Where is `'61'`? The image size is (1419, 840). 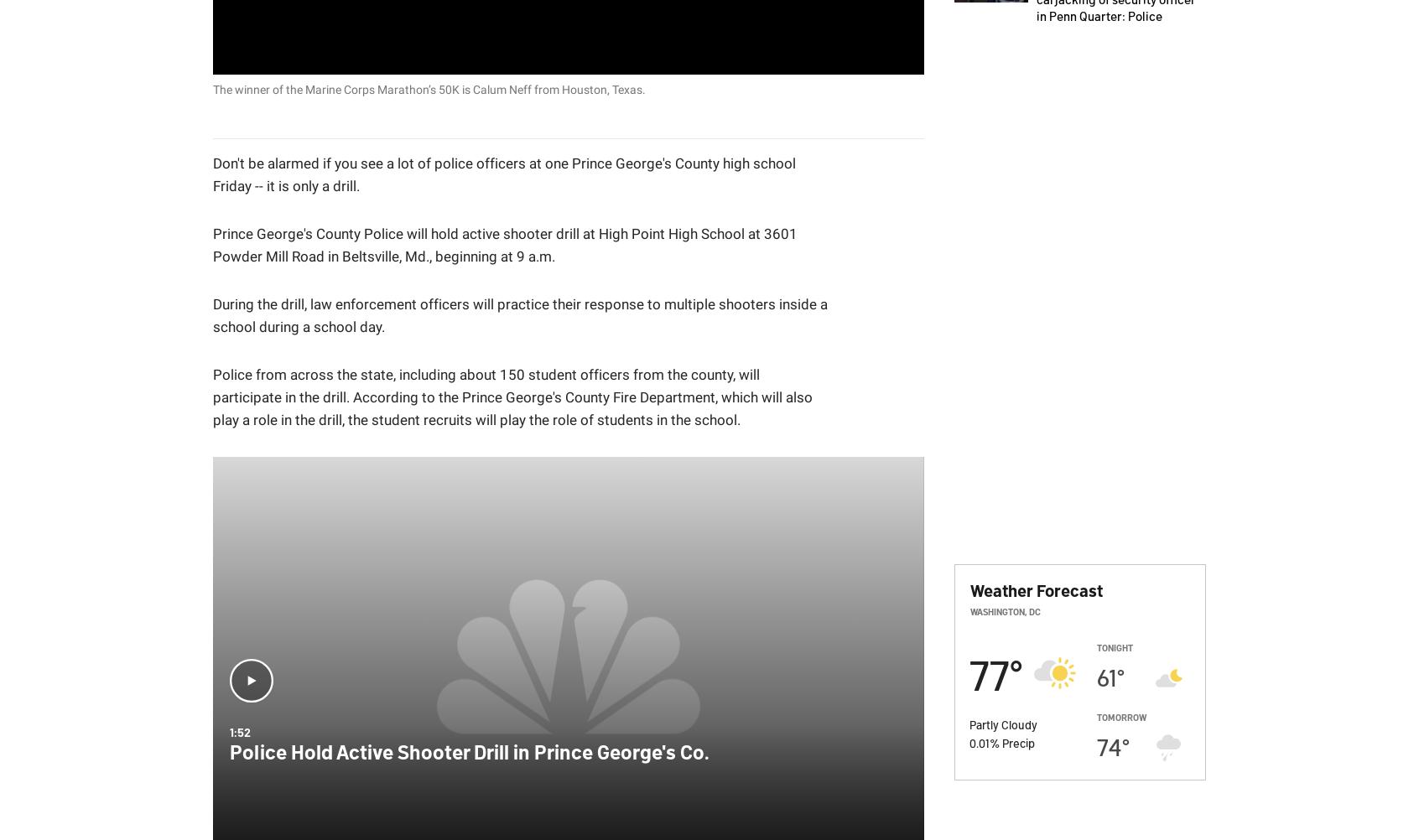 '61' is located at coordinates (1095, 676).